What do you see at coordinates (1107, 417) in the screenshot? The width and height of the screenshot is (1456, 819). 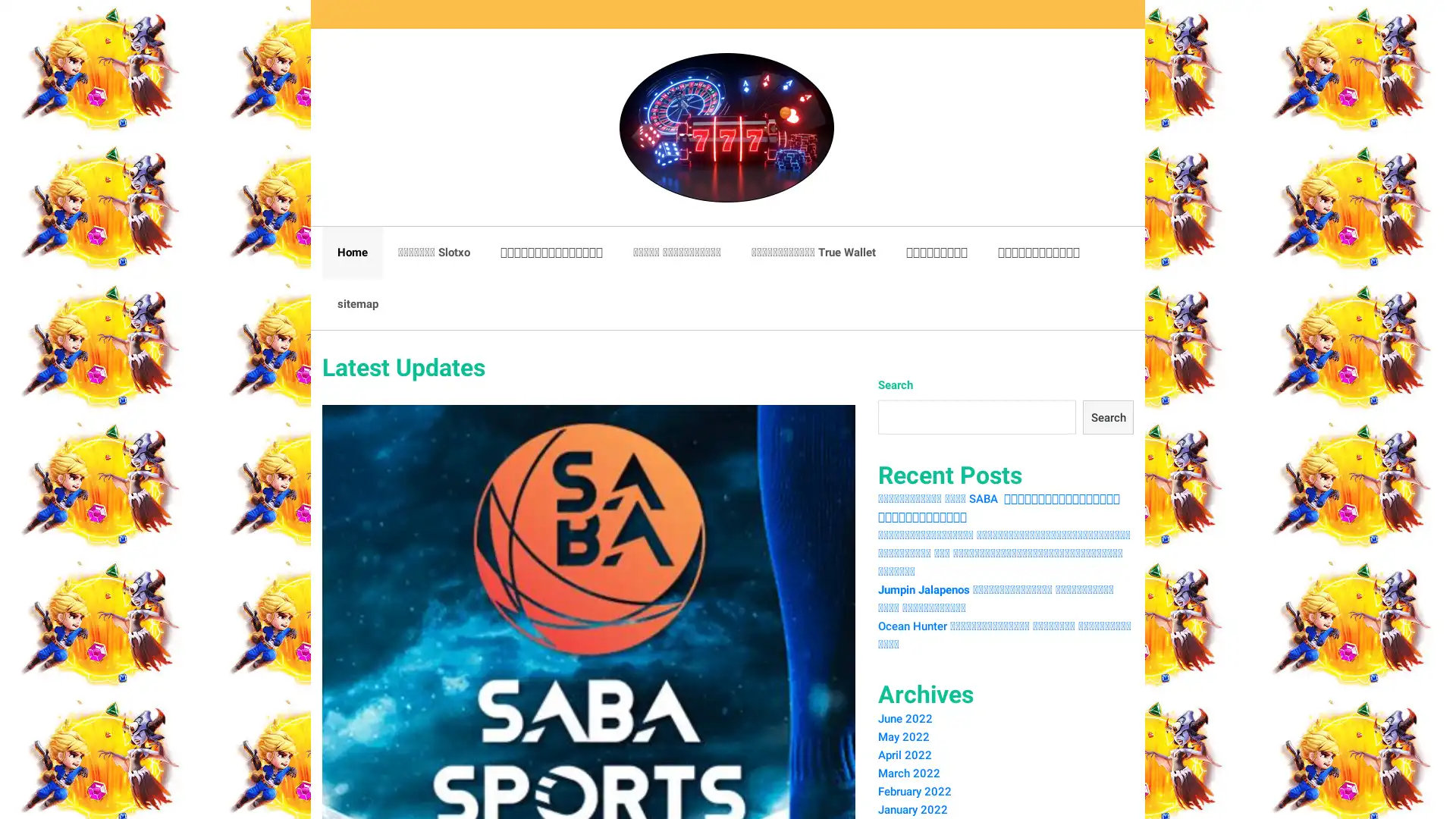 I see `Search` at bounding box center [1107, 417].